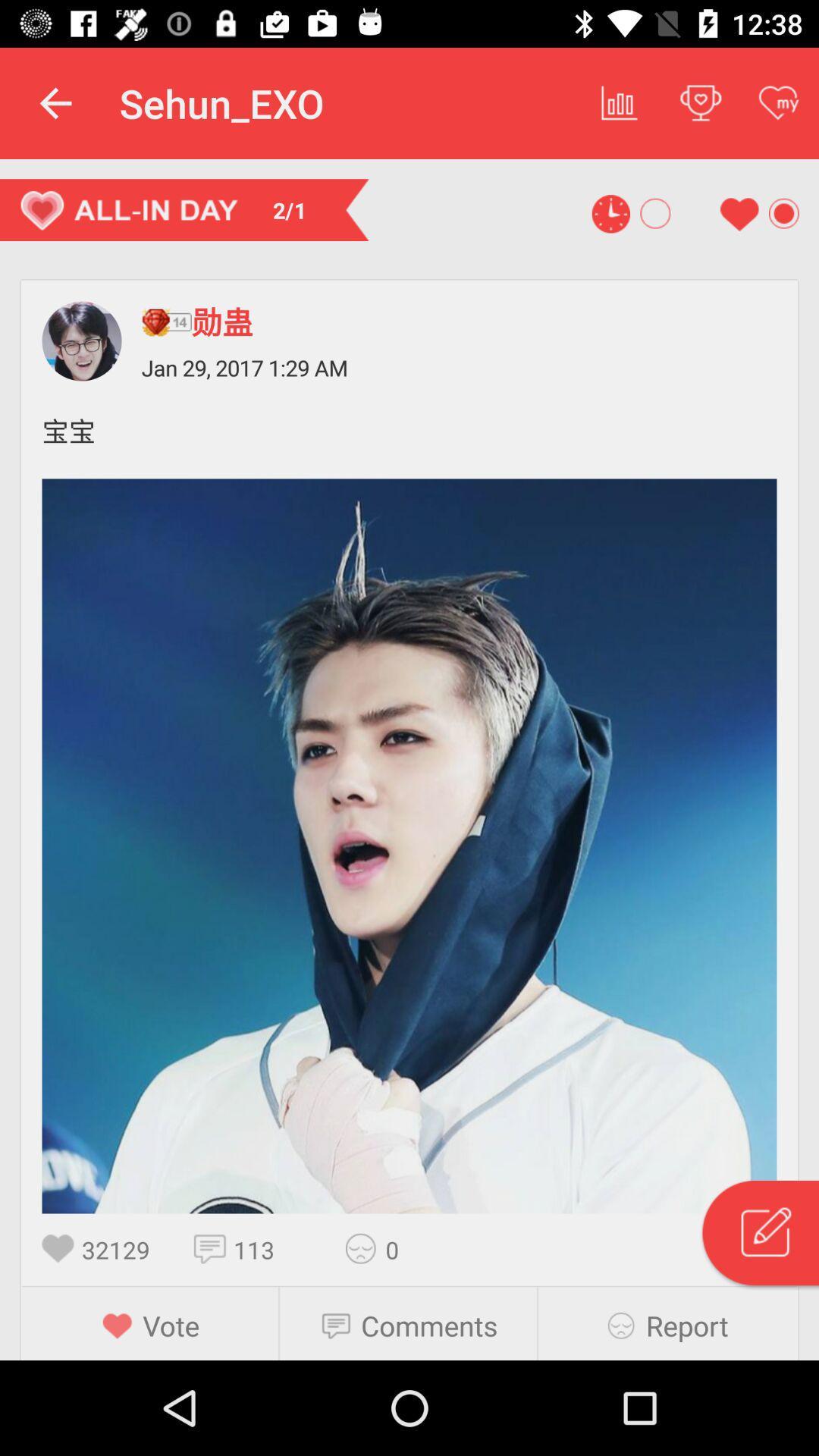  I want to click on the icon to the left of the 32129, so click(61, 1248).